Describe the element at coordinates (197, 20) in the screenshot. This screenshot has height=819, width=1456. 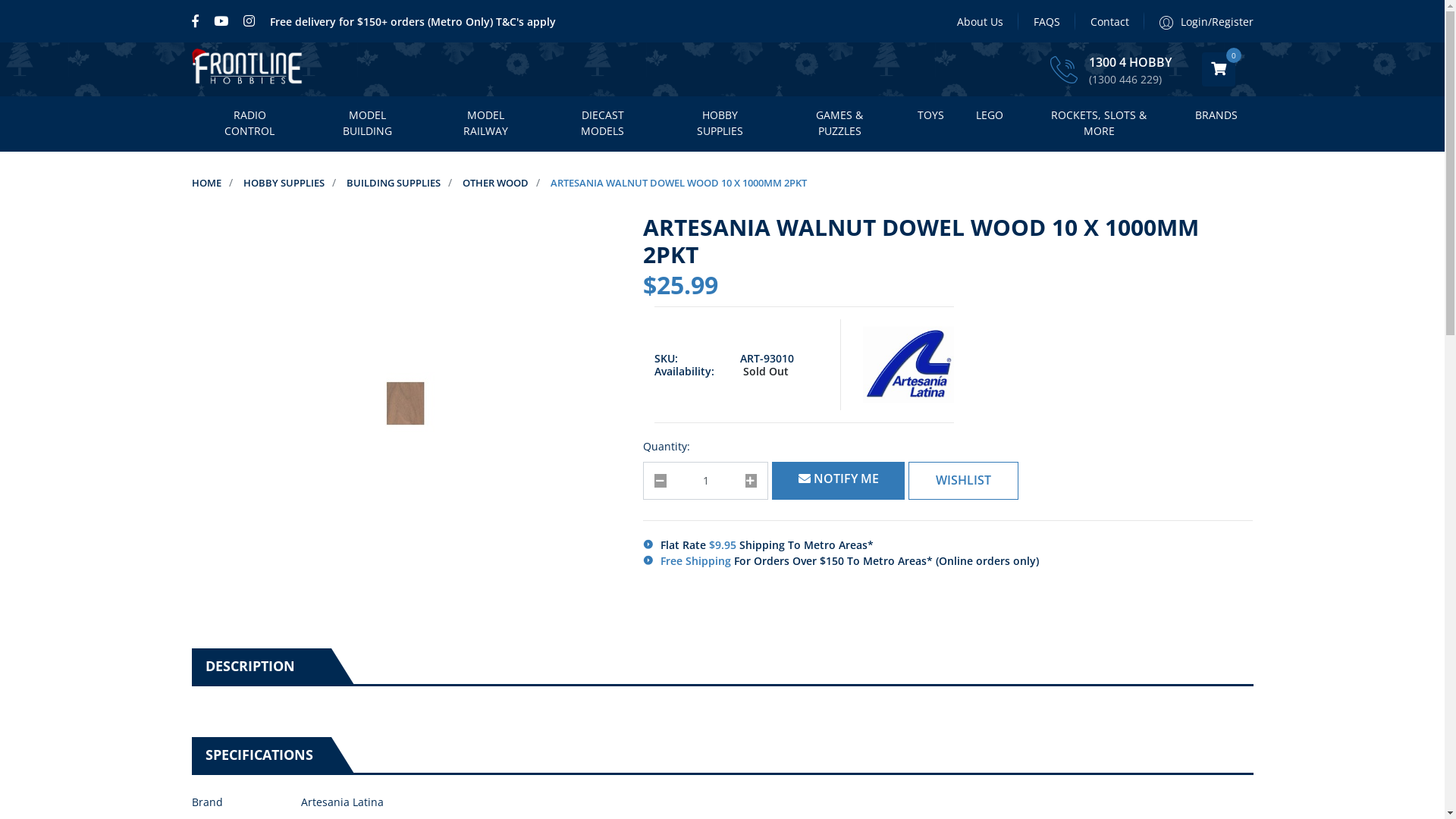
I see `'Frontline Hobbies on Facebook'` at that location.